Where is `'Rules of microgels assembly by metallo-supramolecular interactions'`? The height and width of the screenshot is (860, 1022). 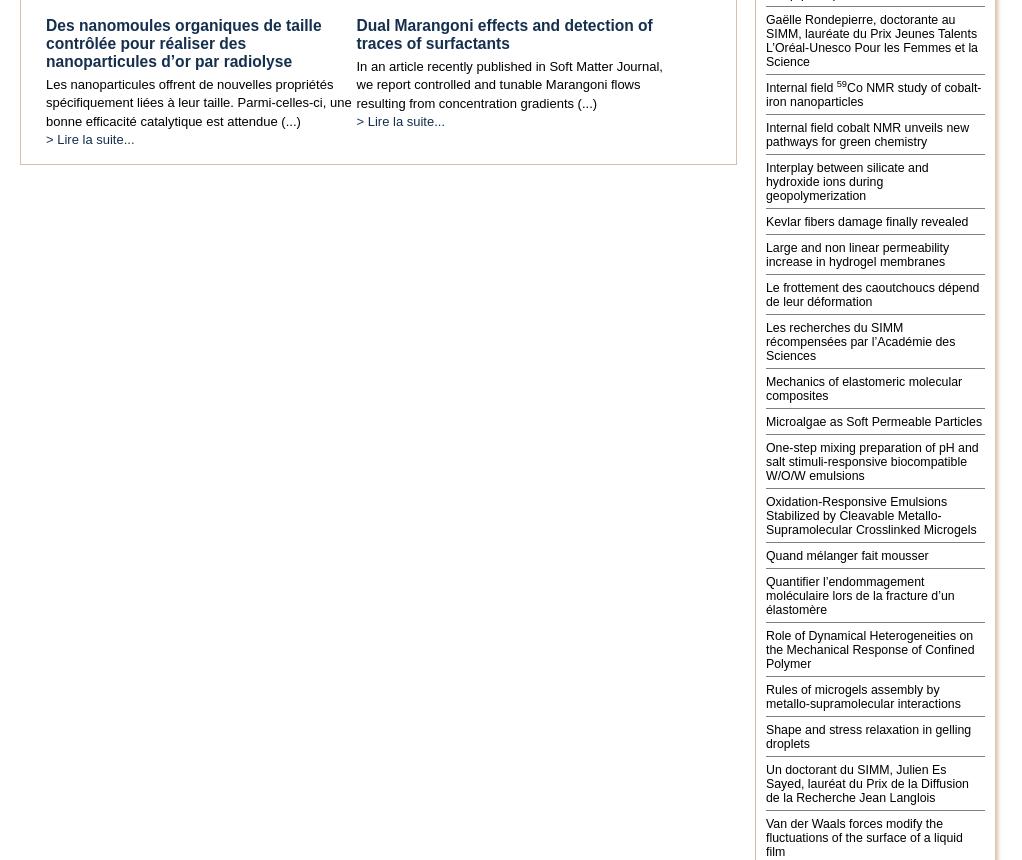
'Rules of microgels assembly by metallo-supramolecular interactions' is located at coordinates (764, 695).